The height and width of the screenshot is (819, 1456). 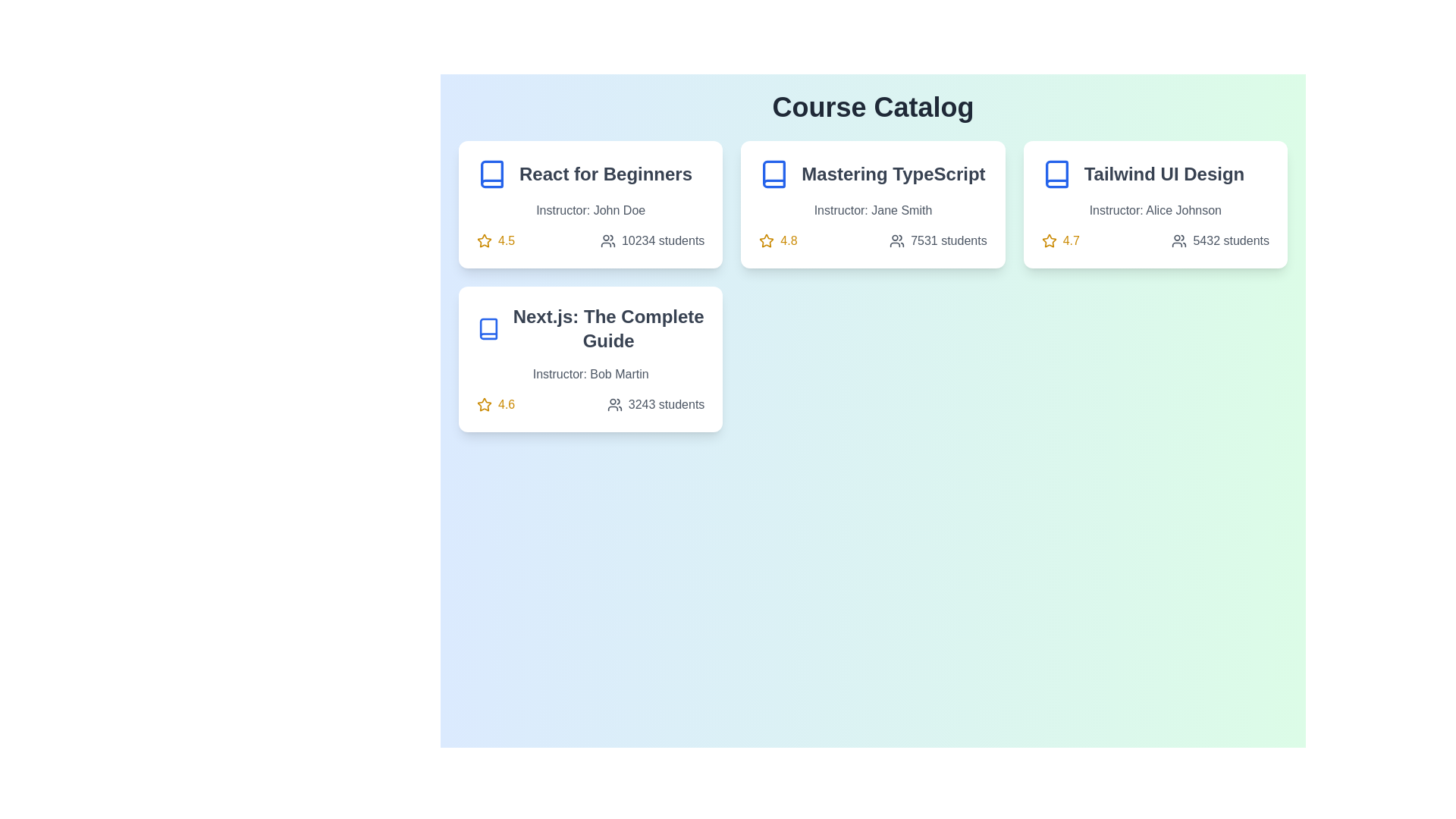 I want to click on the user/group icon represented by two persons in dark gray color, located in the bottom-left card next to the text '3243 students', so click(x=614, y=403).